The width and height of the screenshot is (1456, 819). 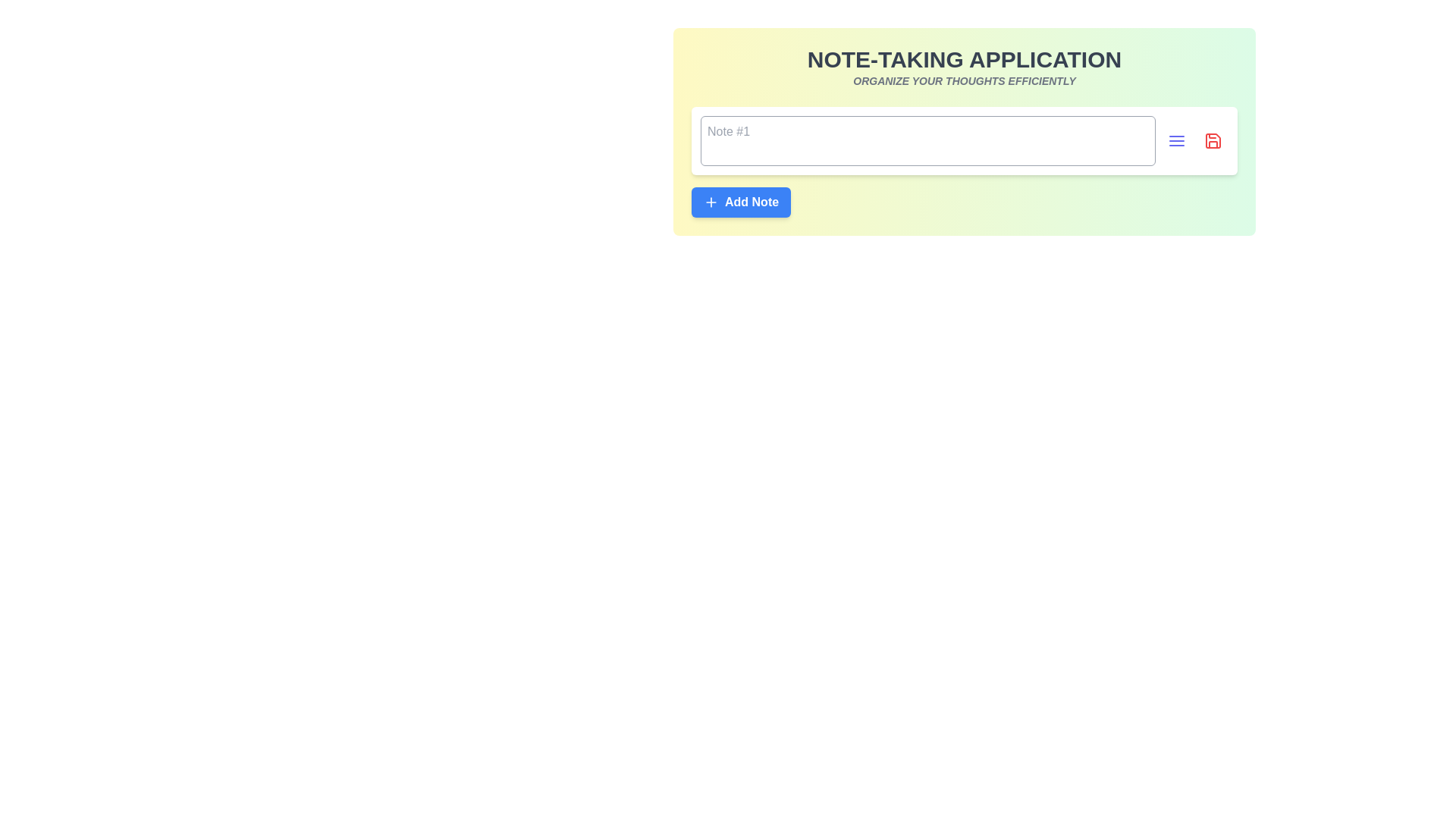 What do you see at coordinates (1175, 140) in the screenshot?
I see `the alignment icon` at bounding box center [1175, 140].